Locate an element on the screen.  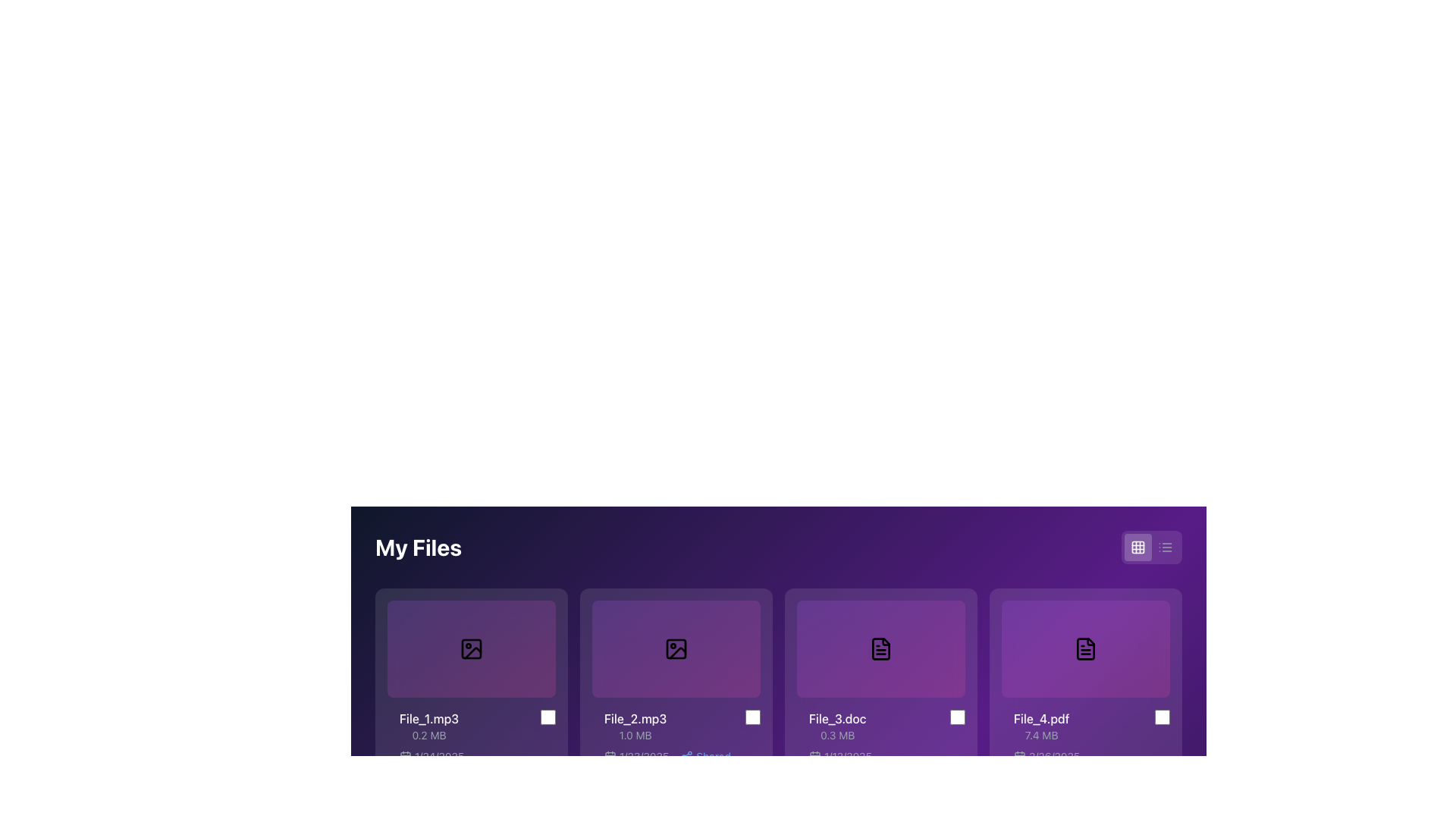
the Text label displaying the file name located in the second file card from the left in the horizontally-scrolling file list is located at coordinates (635, 718).